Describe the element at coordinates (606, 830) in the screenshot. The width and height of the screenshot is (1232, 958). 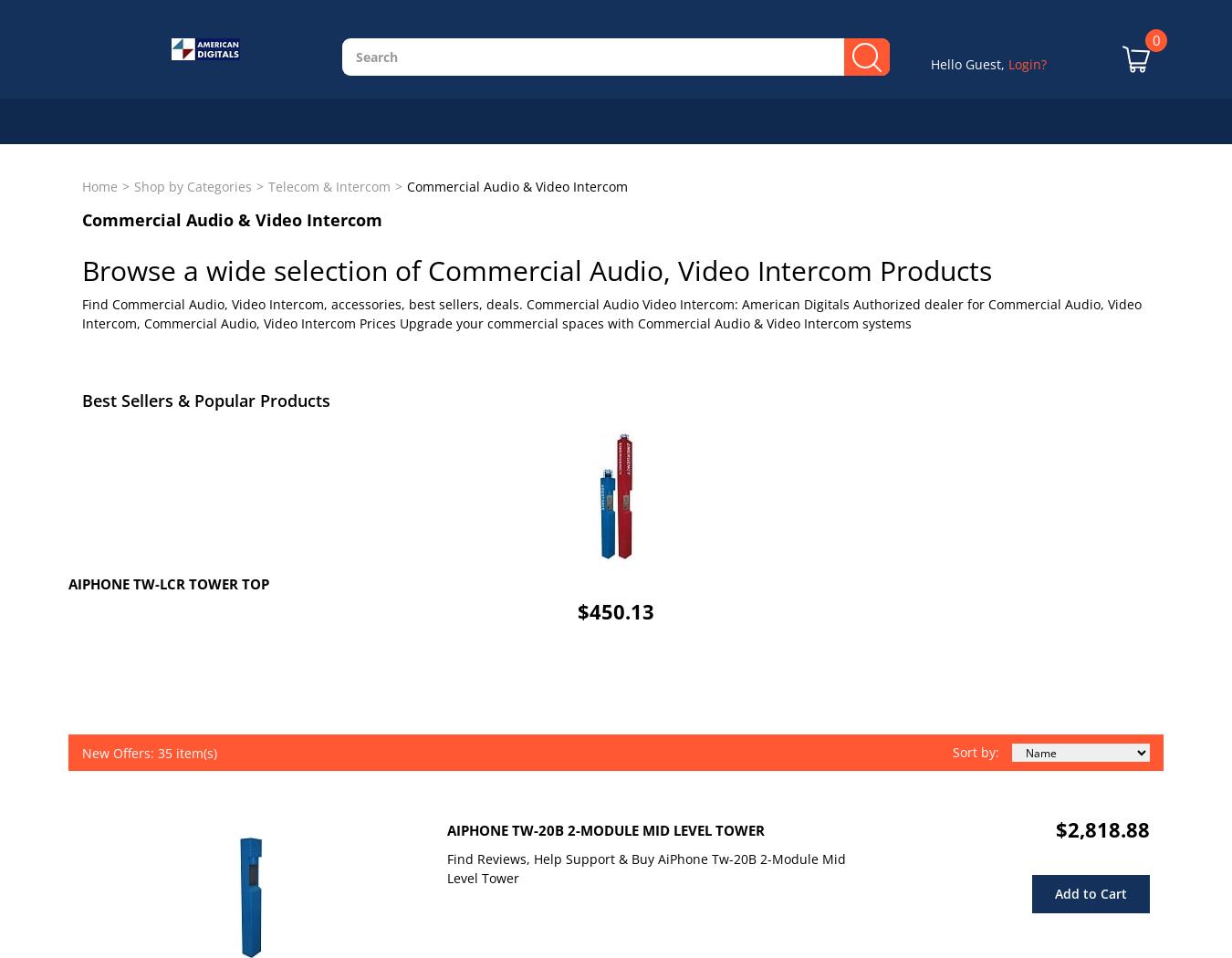
I see `'AiPhone Tw-20B 2-Module Mid Level Tower'` at that location.